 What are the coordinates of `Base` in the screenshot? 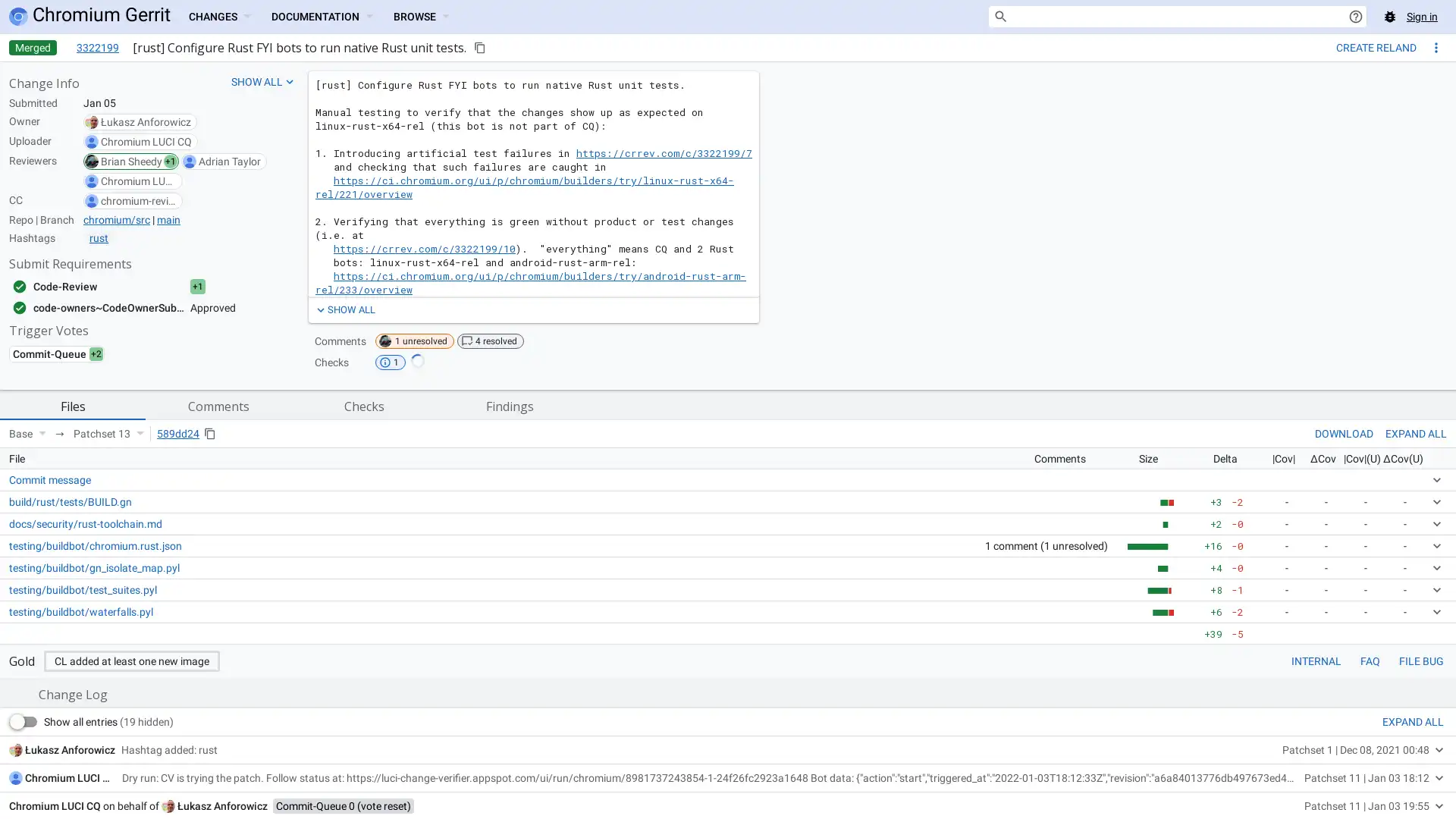 It's located at (27, 433).